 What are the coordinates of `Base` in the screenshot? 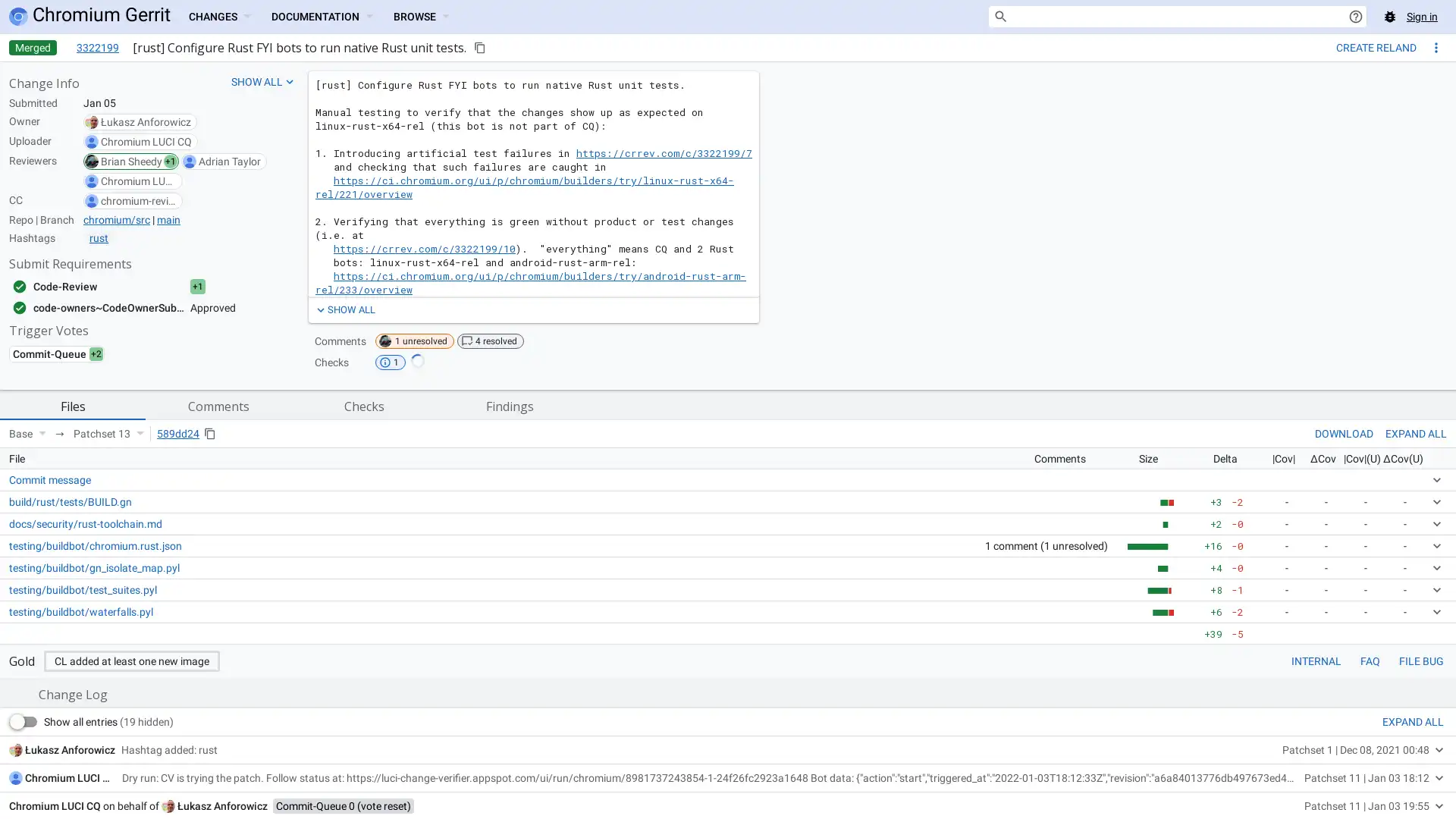 It's located at (27, 433).